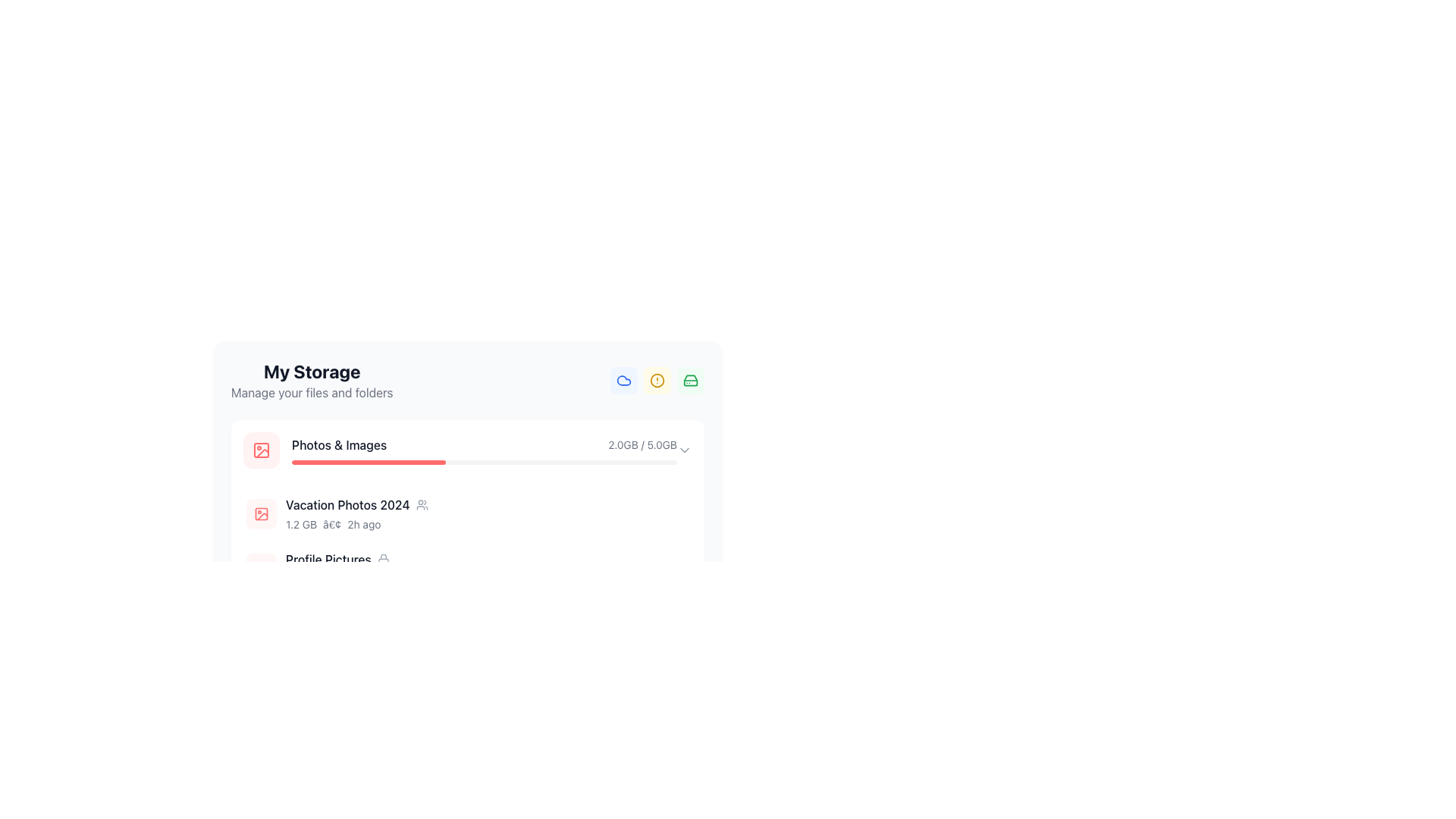 The height and width of the screenshot is (819, 1456). I want to click on the Chevron Right icon located at the far right of the 'Photos & Images' row, so click(683, 450).